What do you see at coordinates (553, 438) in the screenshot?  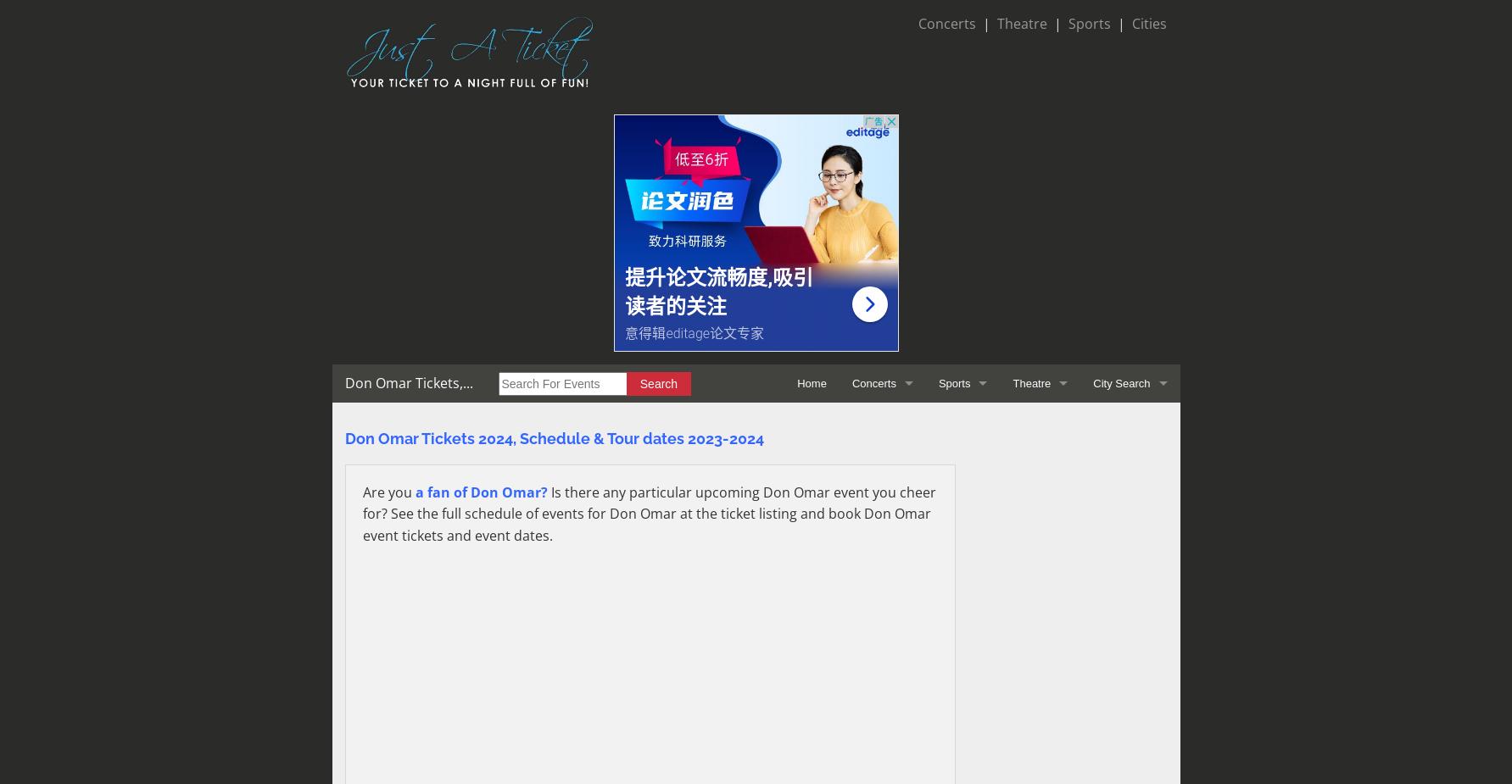 I see `'Don Omar Tickets 2024, Schedule & Tour dates 2023-2024'` at bounding box center [553, 438].